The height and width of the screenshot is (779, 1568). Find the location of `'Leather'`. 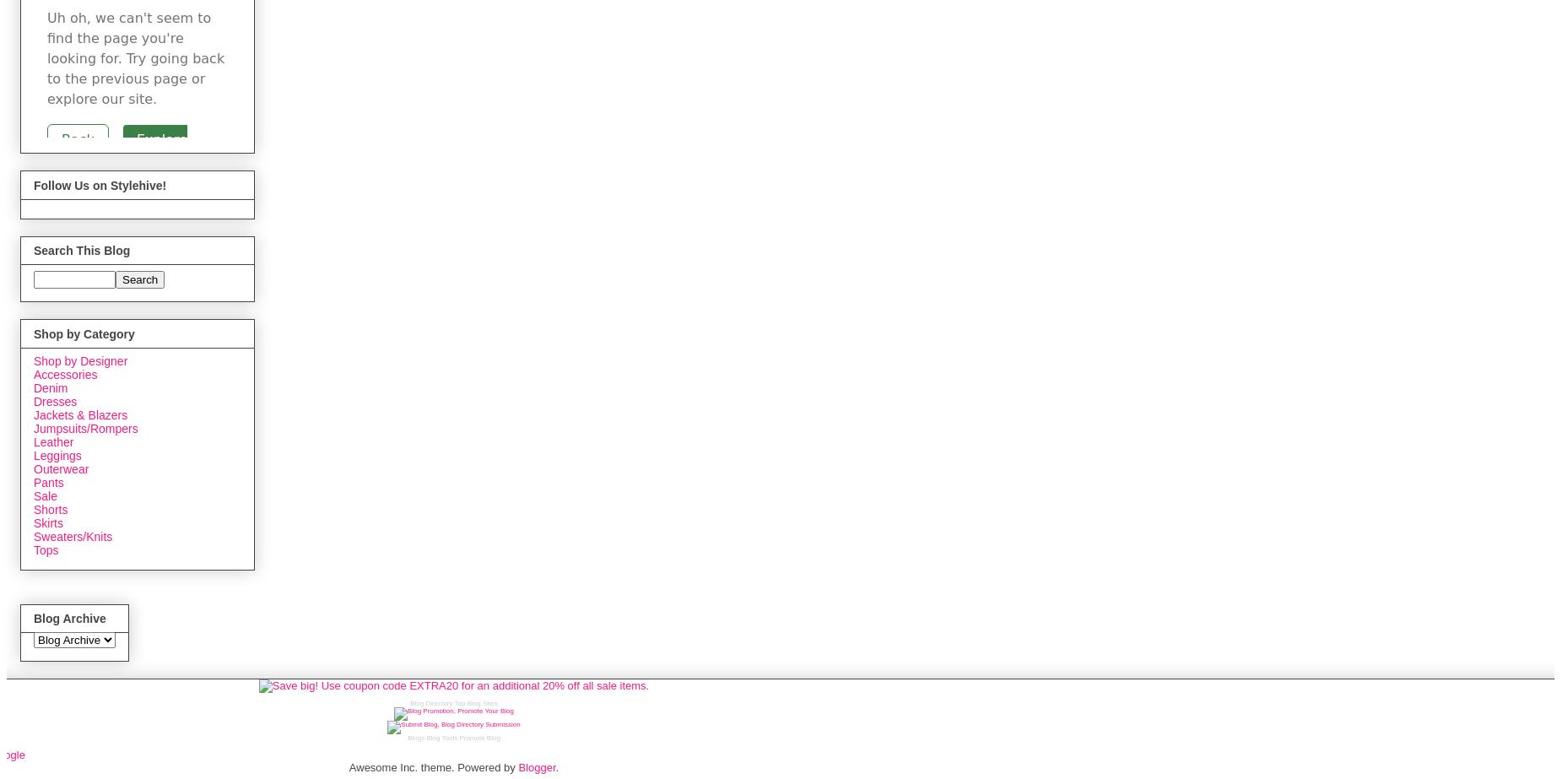

'Leather' is located at coordinates (52, 440).